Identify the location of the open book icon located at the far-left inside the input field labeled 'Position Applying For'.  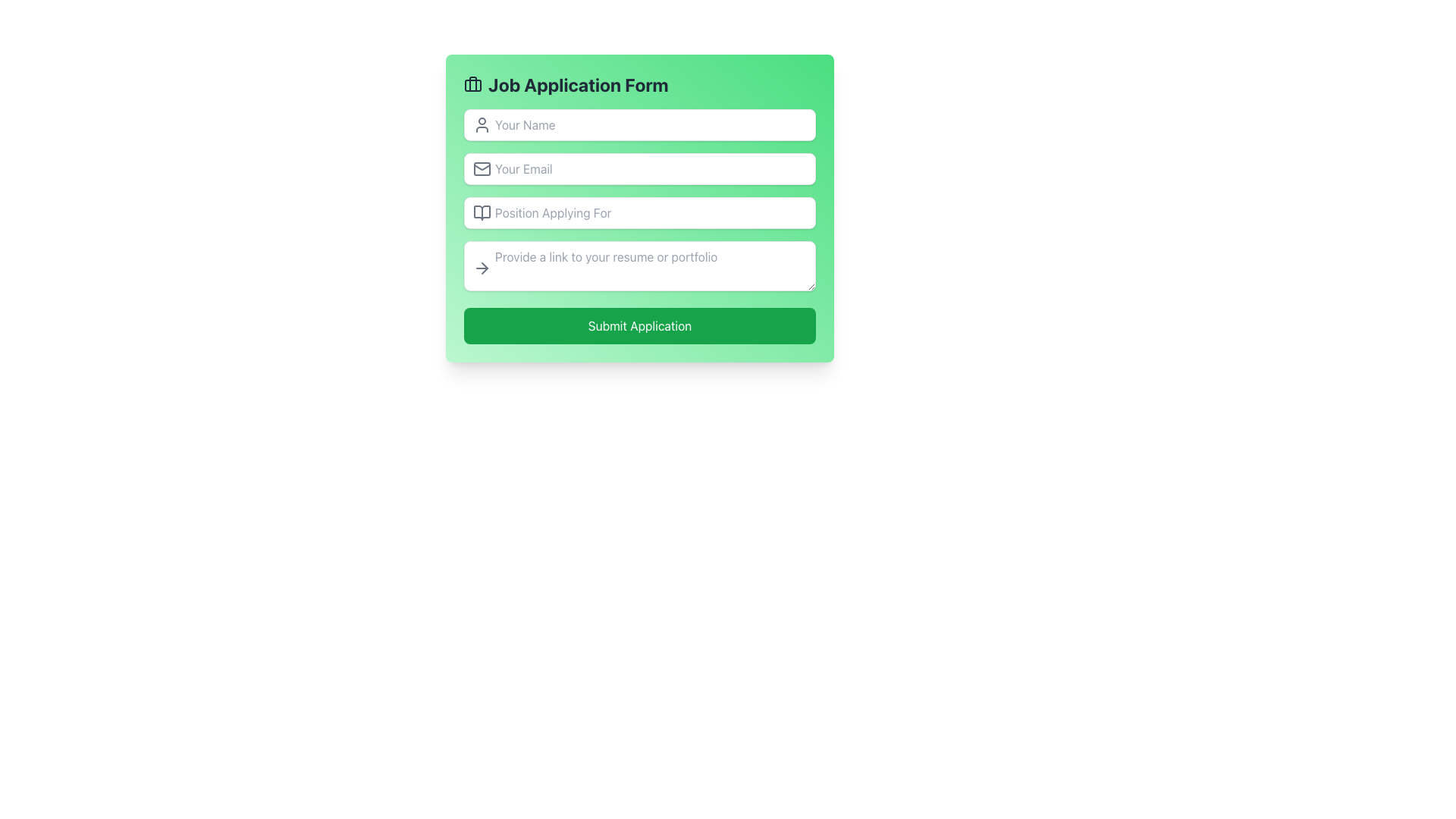
(481, 213).